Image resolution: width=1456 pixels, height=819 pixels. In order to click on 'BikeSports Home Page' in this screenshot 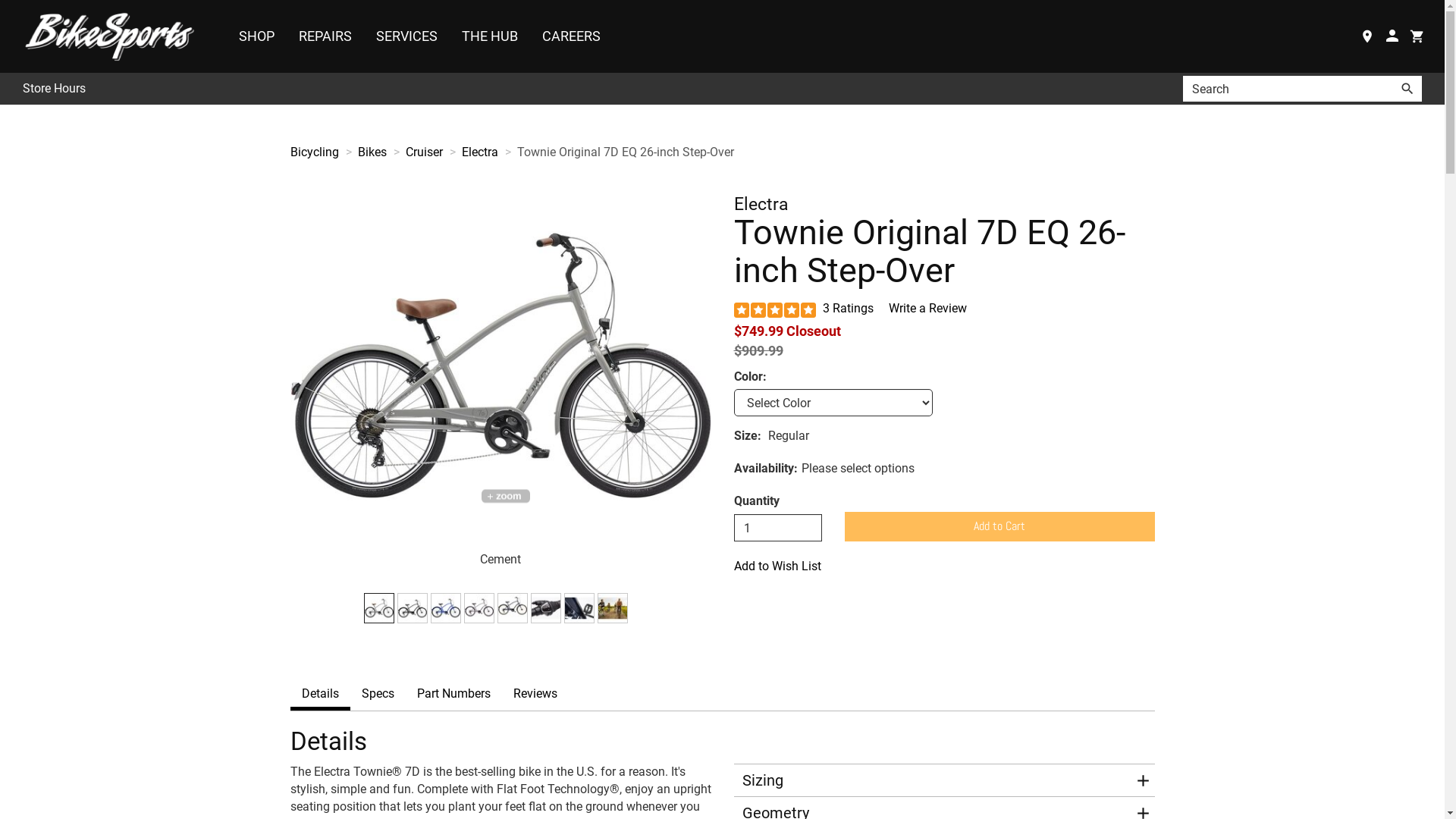, I will do `click(112, 35)`.